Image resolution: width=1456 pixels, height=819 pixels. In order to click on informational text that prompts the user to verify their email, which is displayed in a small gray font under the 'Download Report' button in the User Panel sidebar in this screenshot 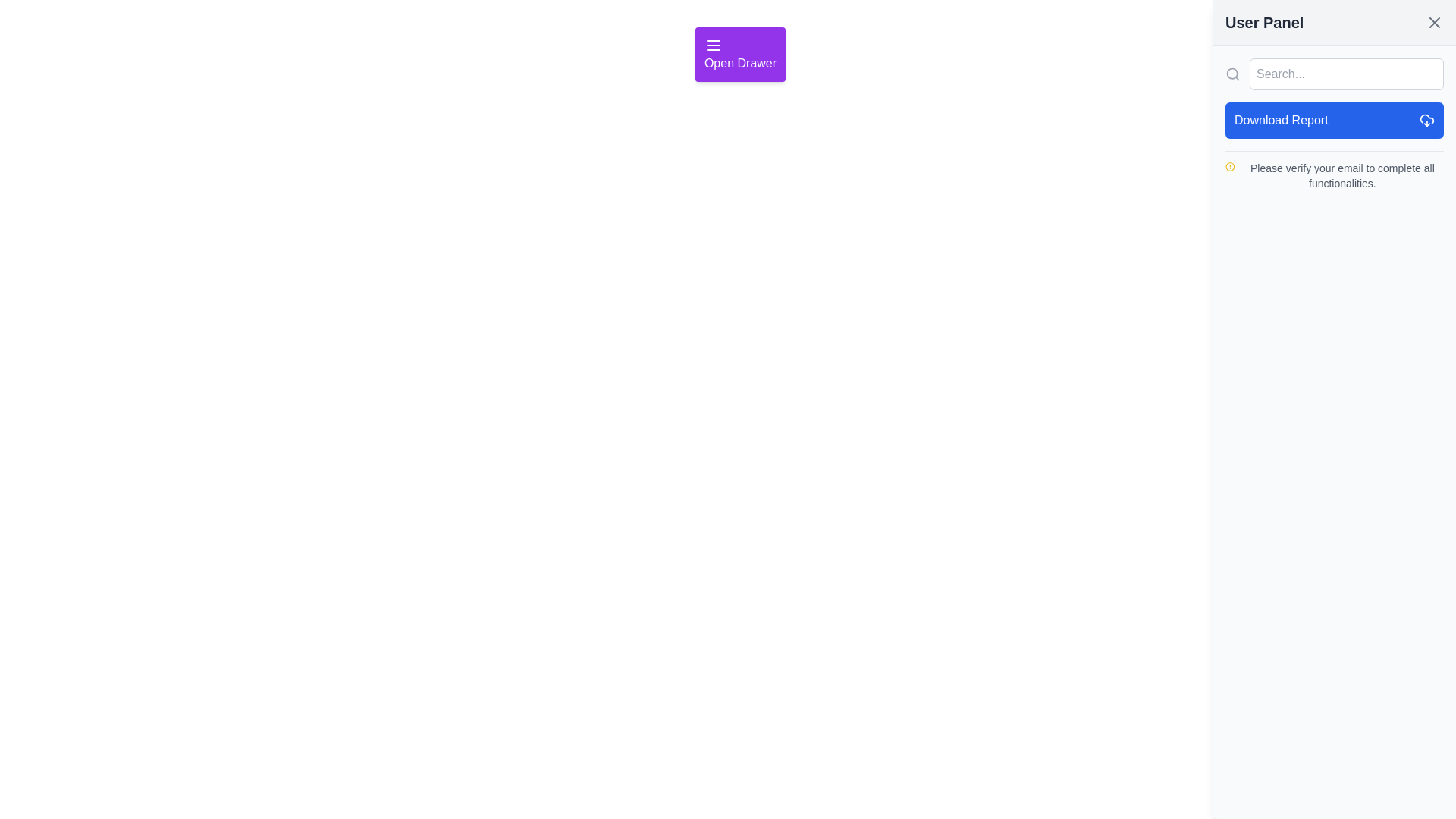, I will do `click(1335, 174)`.